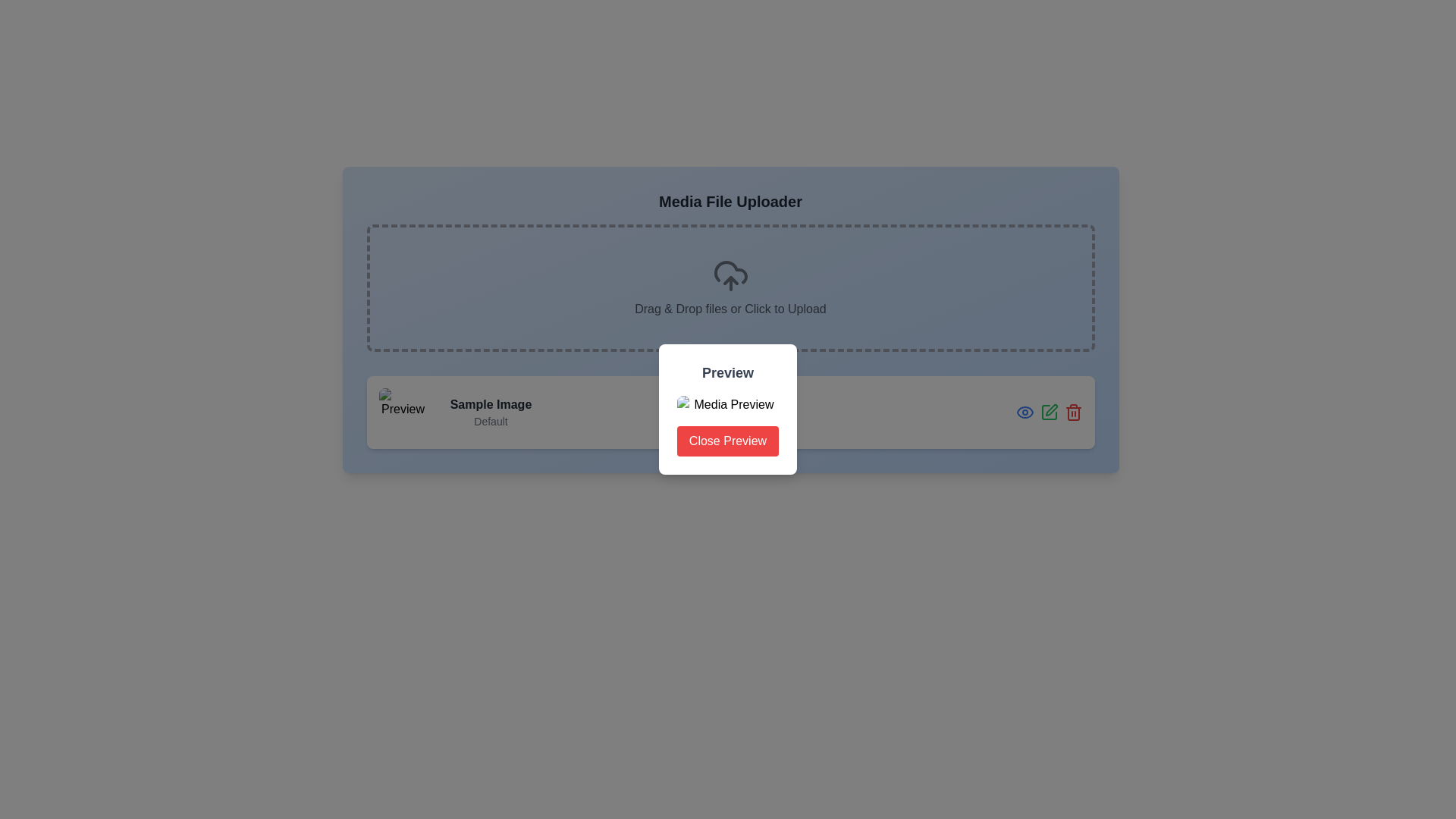  Describe the element at coordinates (728, 409) in the screenshot. I see `the media preview displayed in the modal dialog box, which contains a 'Preview' heading and a 'Close Preview' button` at that location.